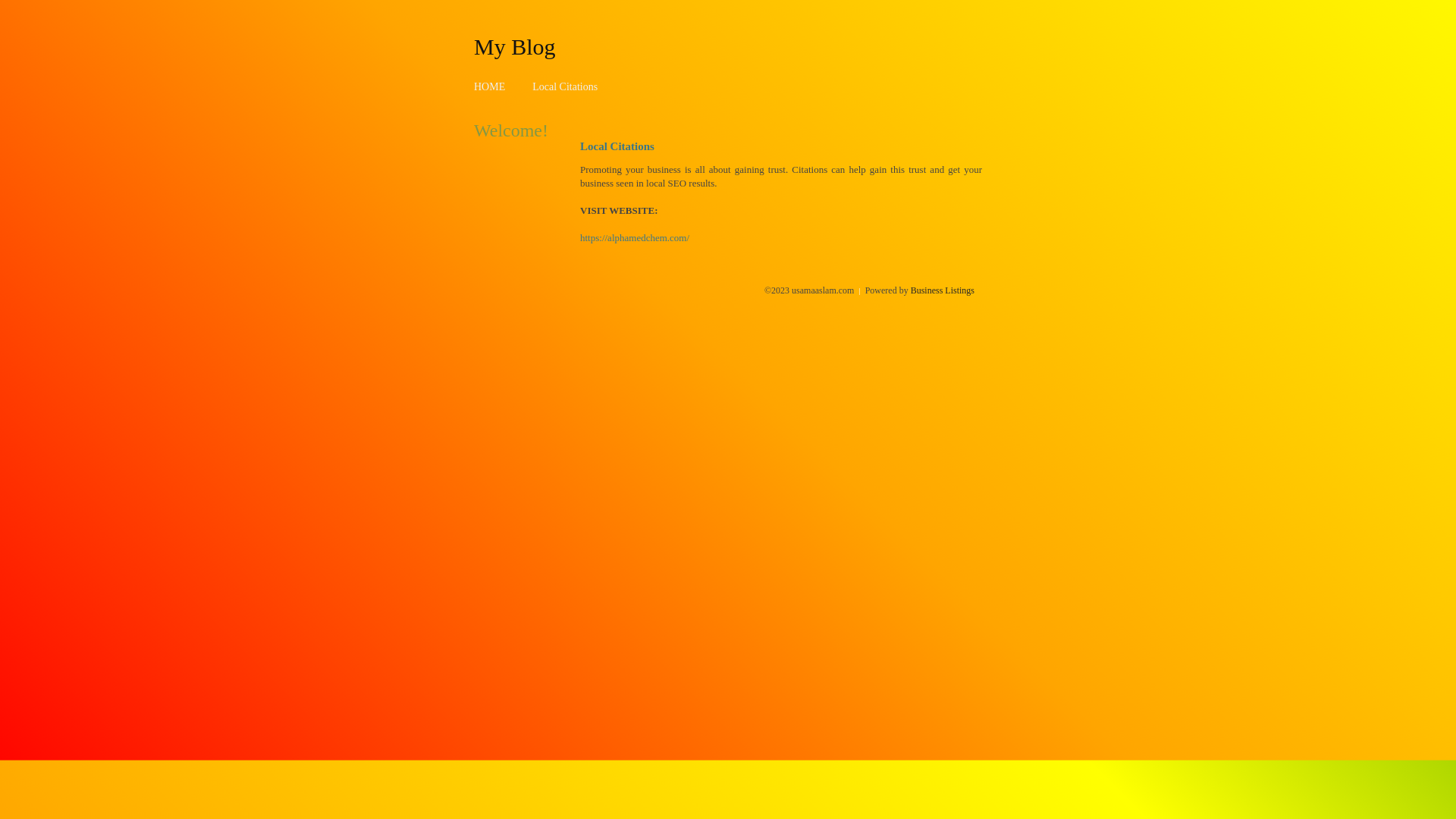  What do you see at coordinates (472, 45) in the screenshot?
I see `'My Blog'` at bounding box center [472, 45].